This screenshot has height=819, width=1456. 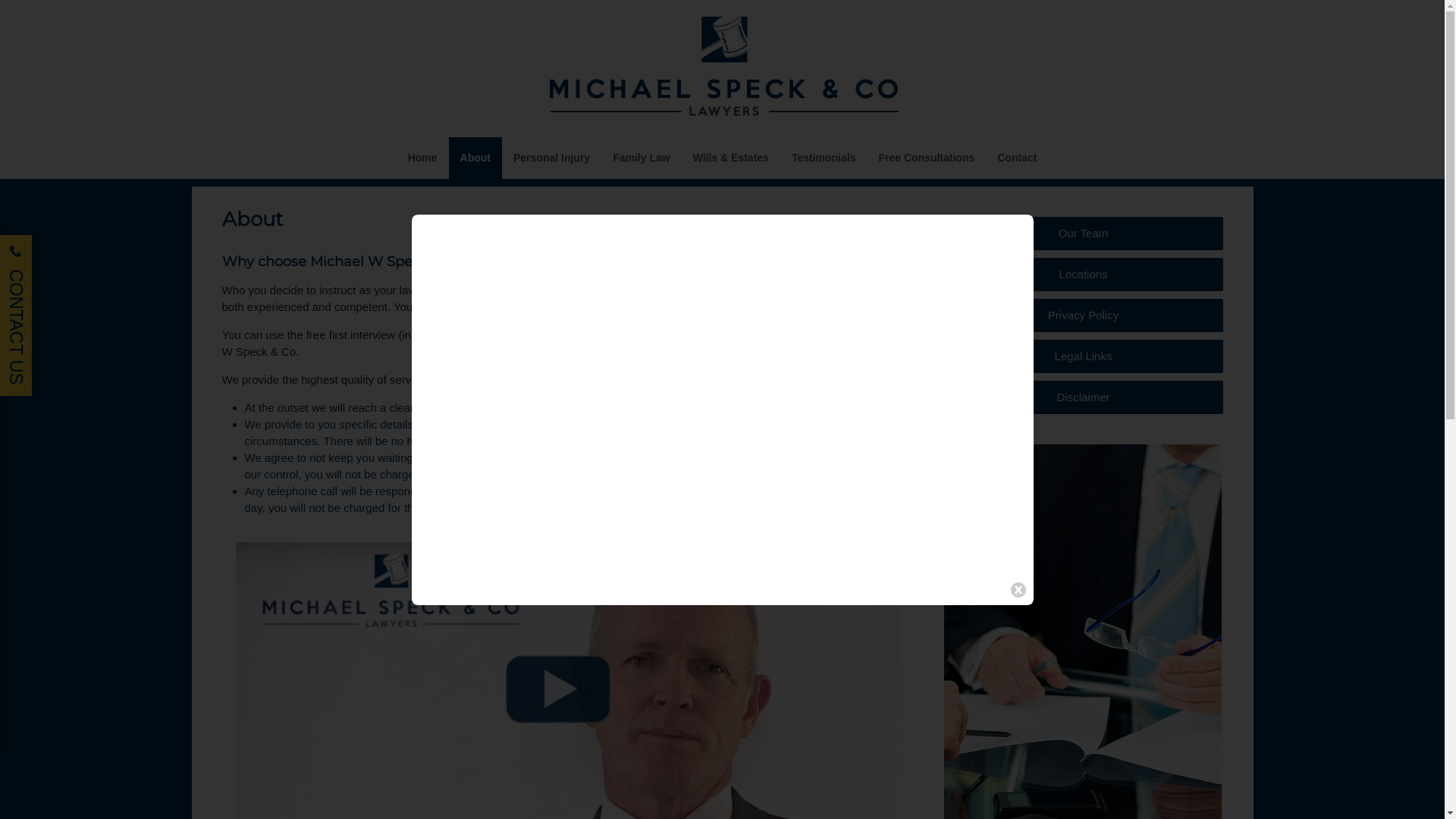 What do you see at coordinates (1082, 315) in the screenshot?
I see `'Privacy Policy'` at bounding box center [1082, 315].